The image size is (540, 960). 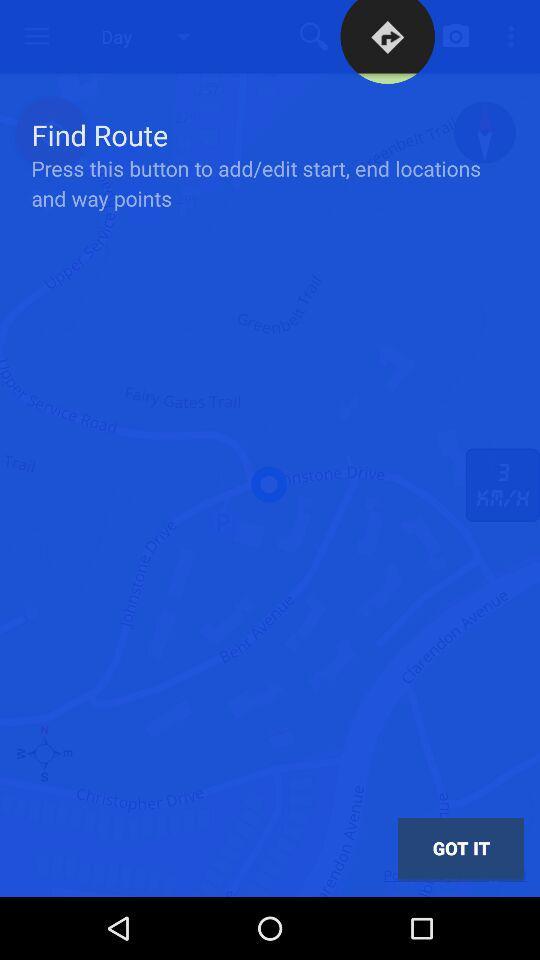 I want to click on the search bar at the top of the page, so click(x=314, y=35).